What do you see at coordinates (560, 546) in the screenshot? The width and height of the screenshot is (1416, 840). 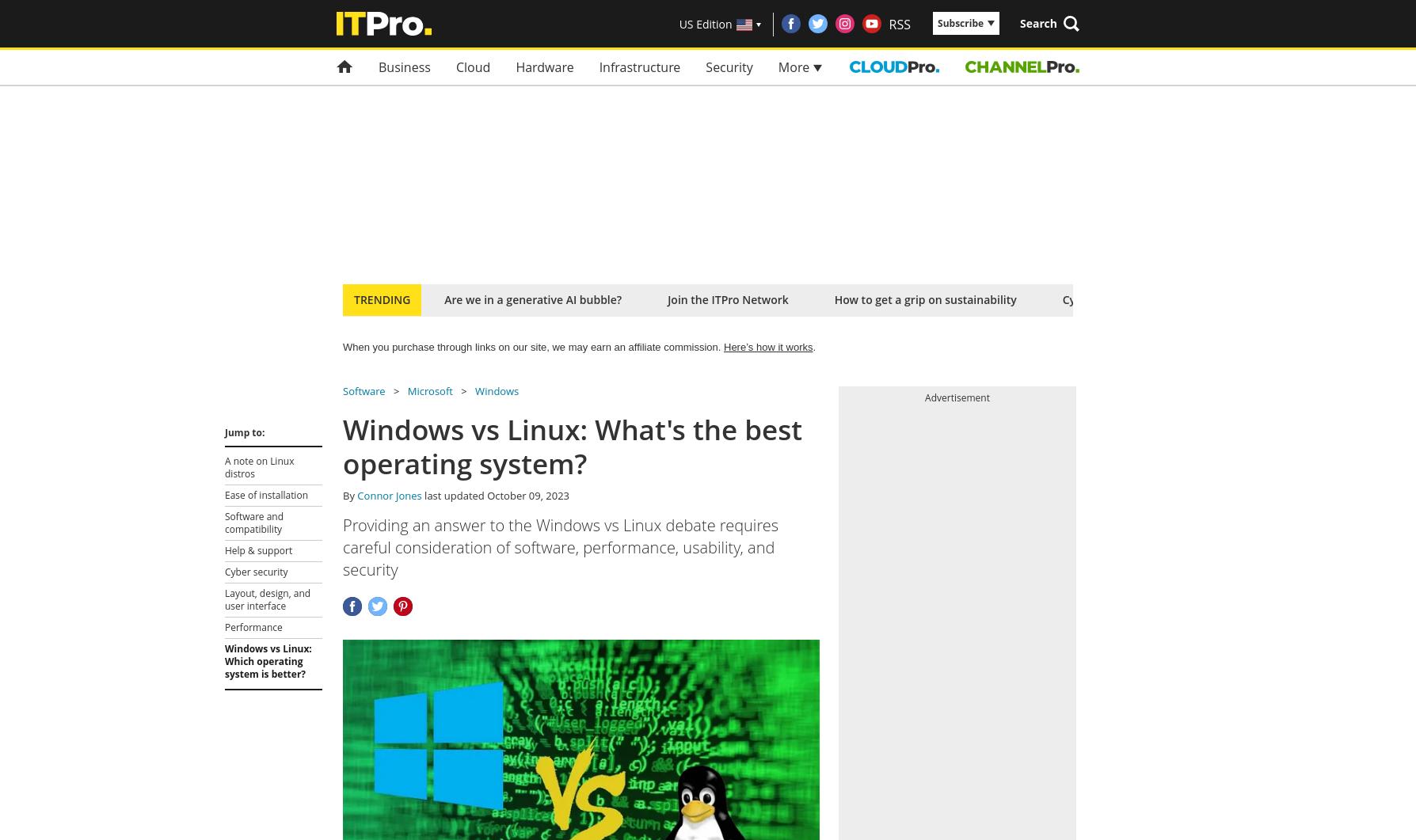 I see `'Providing an answer to the Windows vs Linux debate requires careful consideration of software, performance, usability, and security'` at bounding box center [560, 546].